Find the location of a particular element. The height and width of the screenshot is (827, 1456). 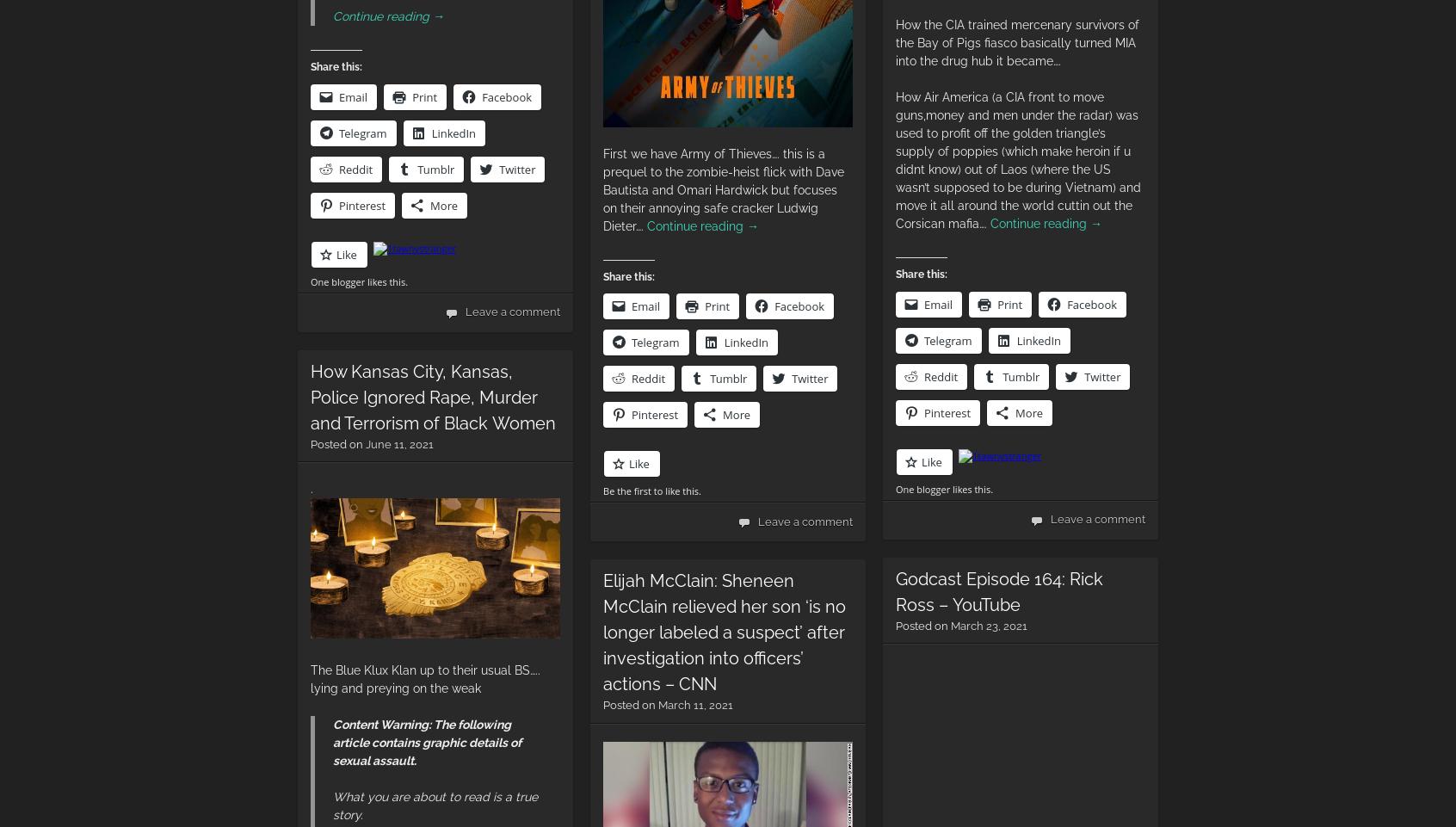

'.' is located at coordinates (312, 488).